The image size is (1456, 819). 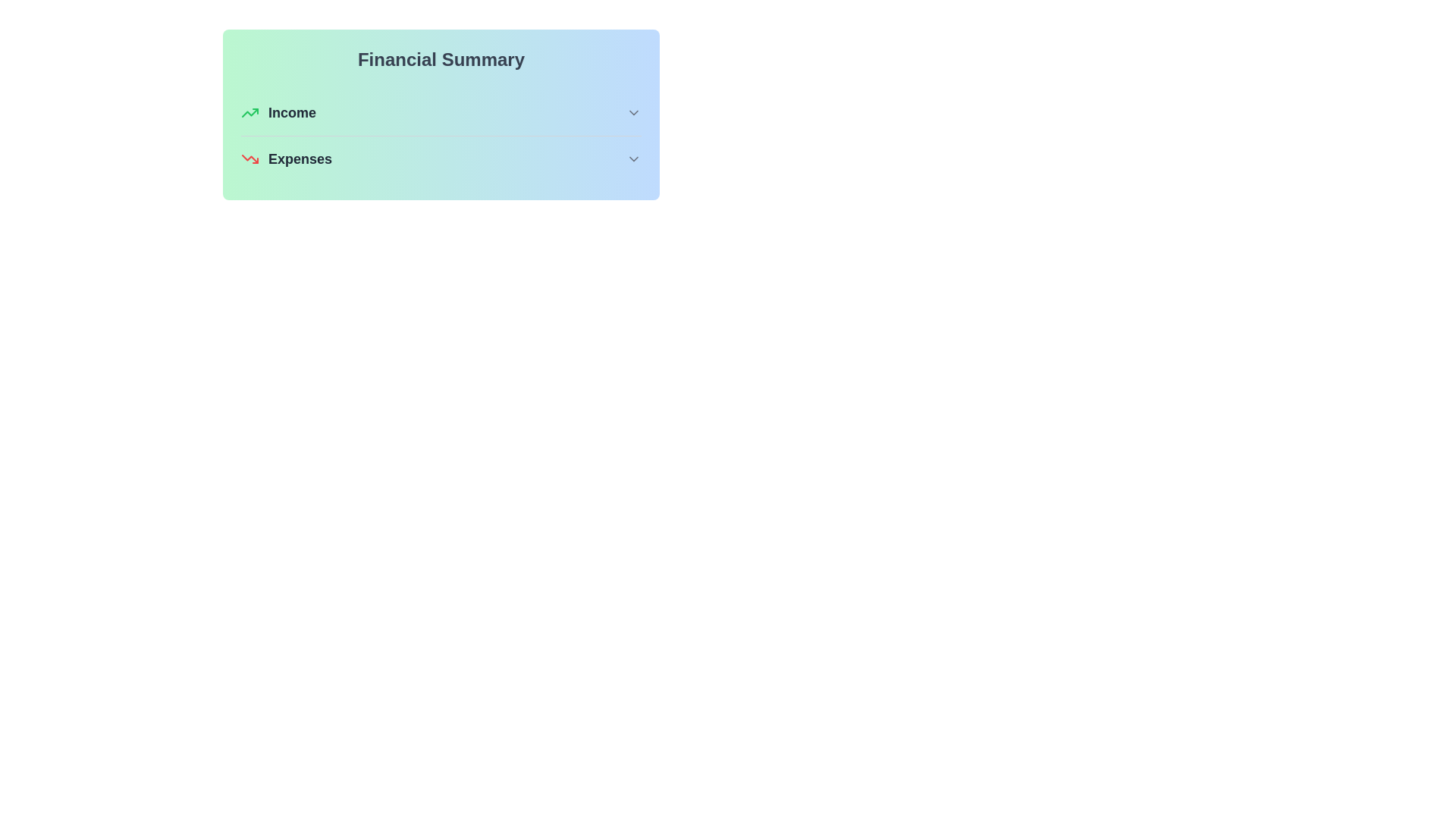 I want to click on the upward trending arrow icon in the SVG representing 'Income' located in the top-left of the 'Financial Summary' section, so click(x=250, y=112).